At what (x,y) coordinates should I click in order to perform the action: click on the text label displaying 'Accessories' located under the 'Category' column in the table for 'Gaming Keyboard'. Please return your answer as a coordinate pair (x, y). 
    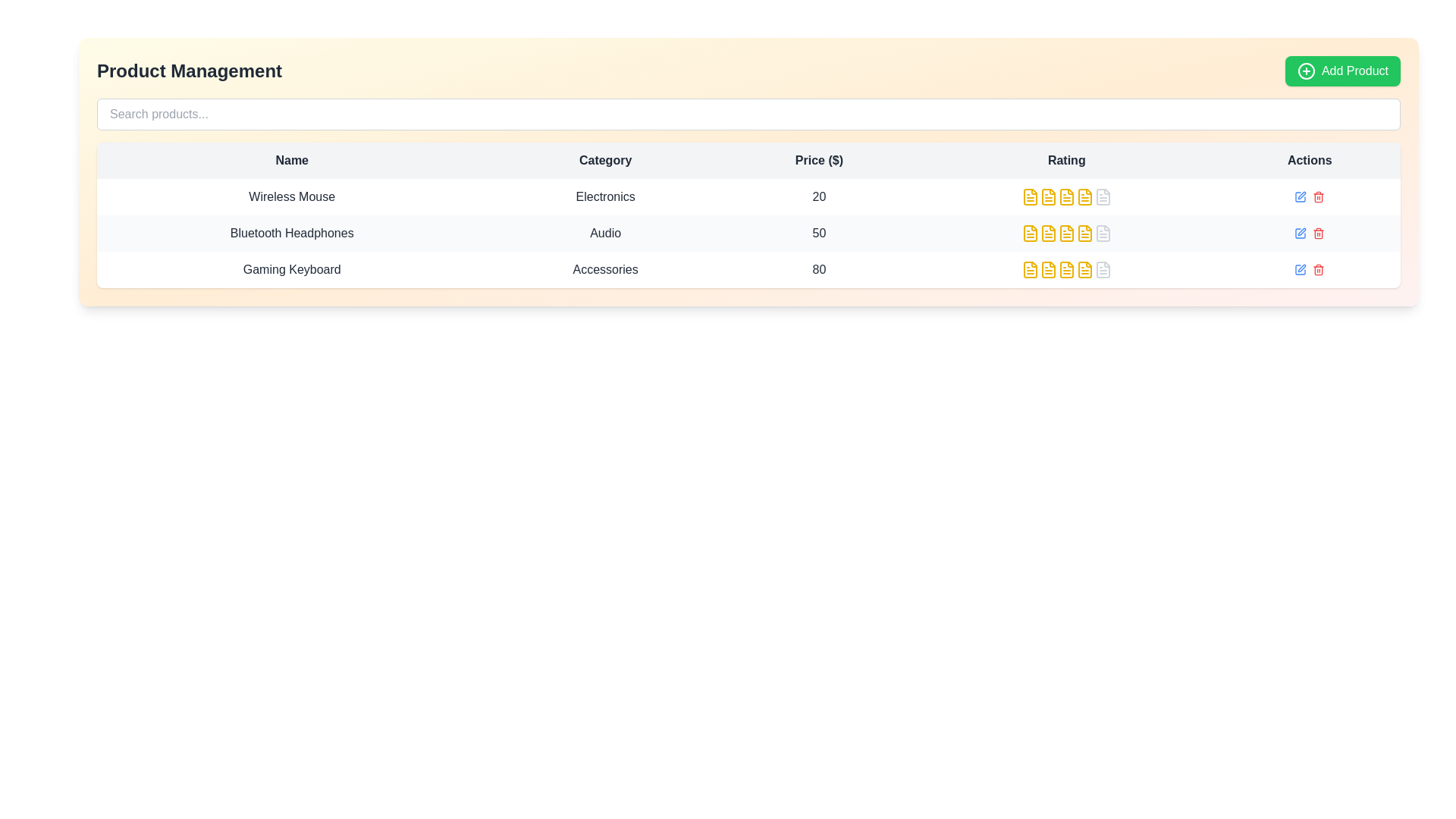
    Looking at the image, I should click on (604, 268).